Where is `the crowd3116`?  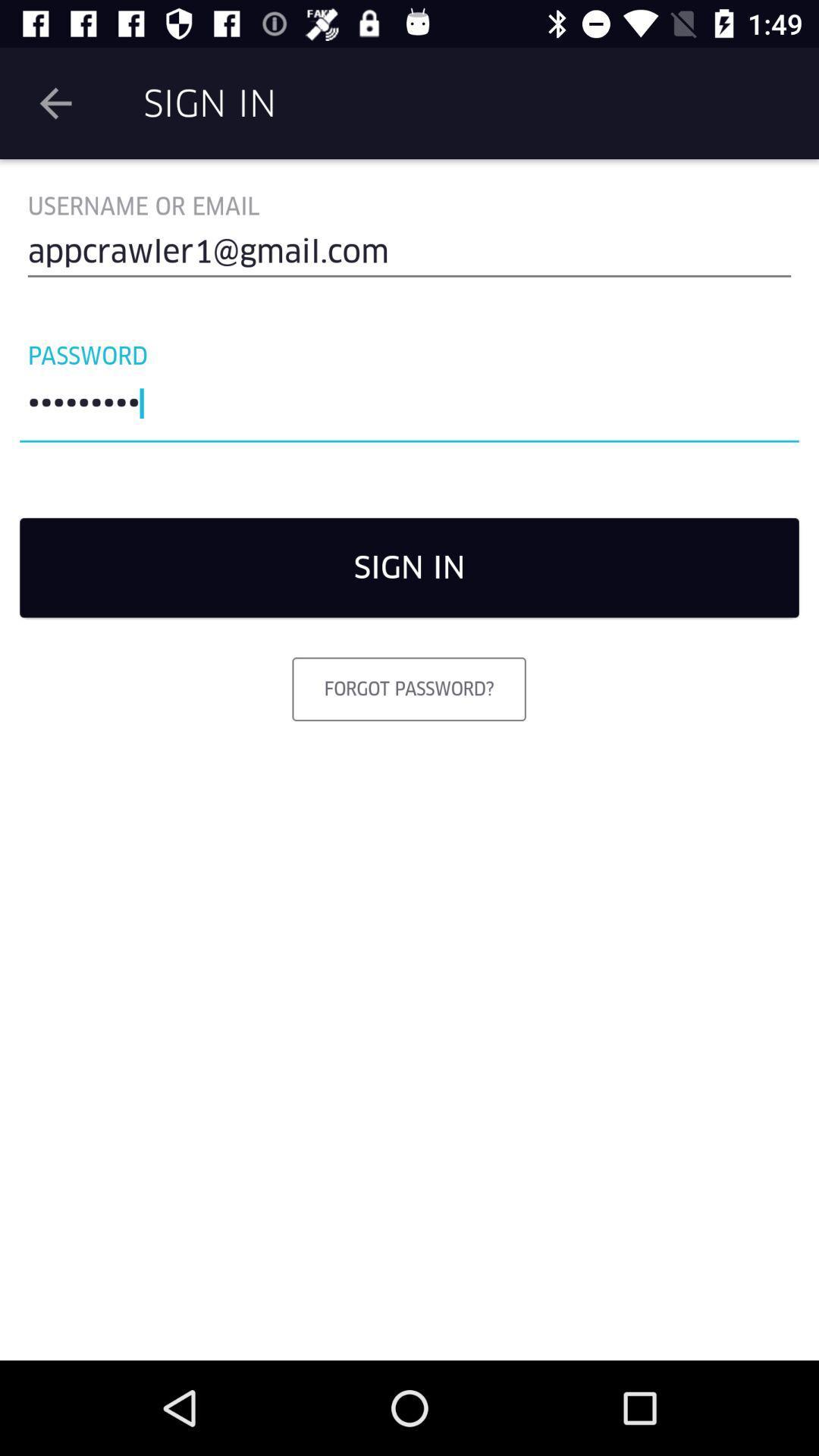 the crowd3116 is located at coordinates (409, 407).